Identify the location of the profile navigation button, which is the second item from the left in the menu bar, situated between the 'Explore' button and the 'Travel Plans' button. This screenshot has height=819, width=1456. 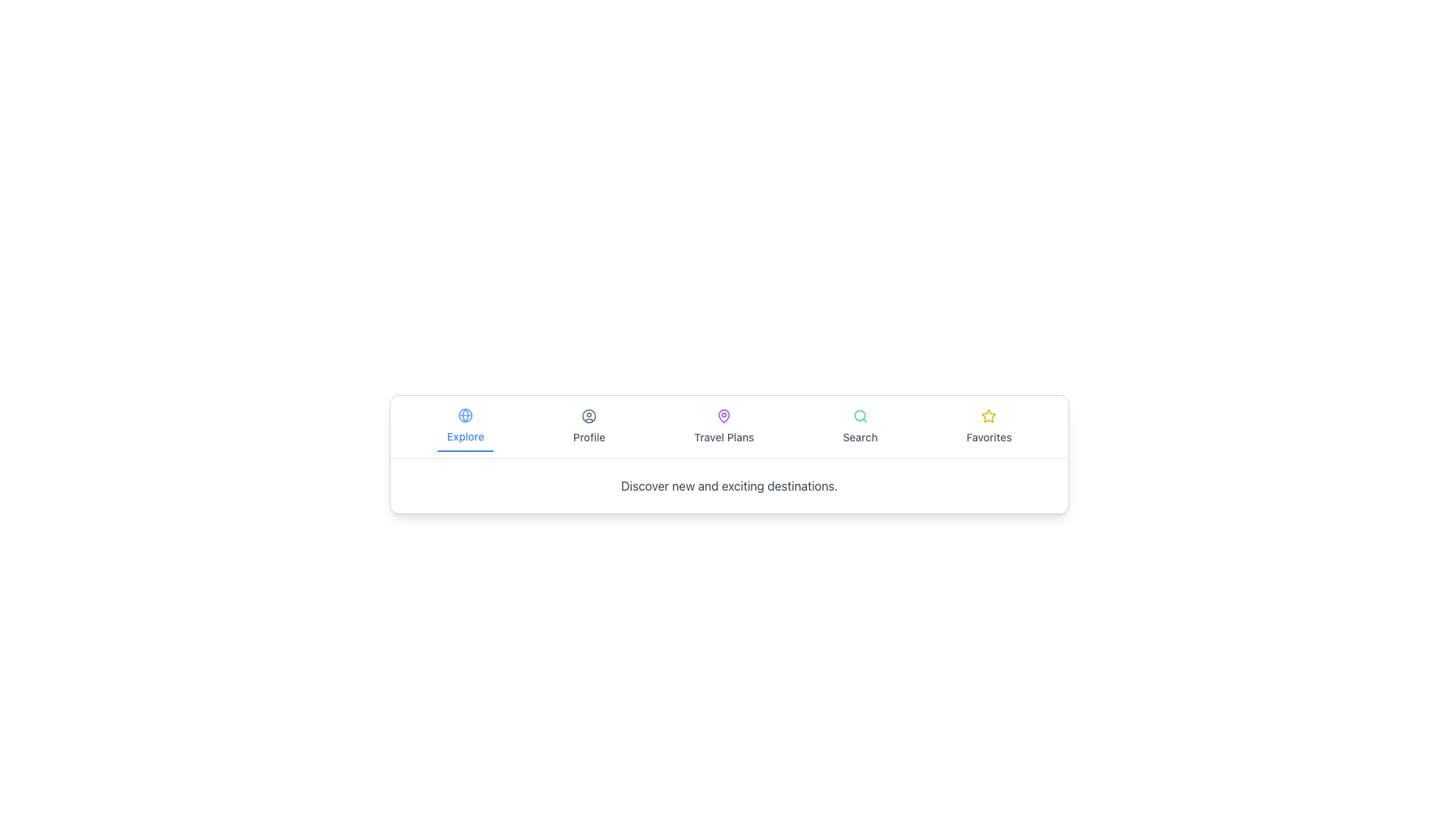
(588, 427).